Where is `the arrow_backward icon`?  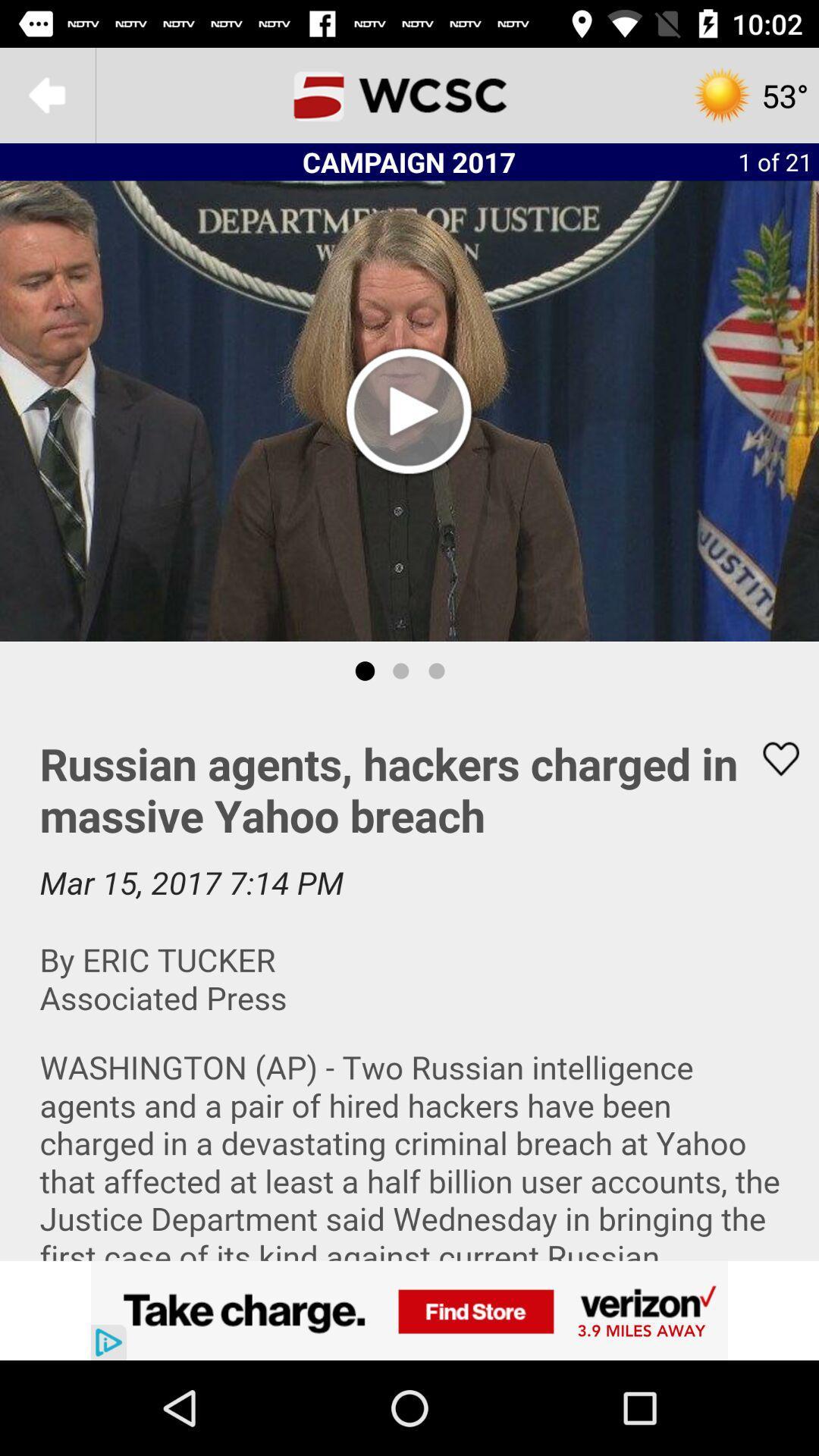 the arrow_backward icon is located at coordinates (46, 94).